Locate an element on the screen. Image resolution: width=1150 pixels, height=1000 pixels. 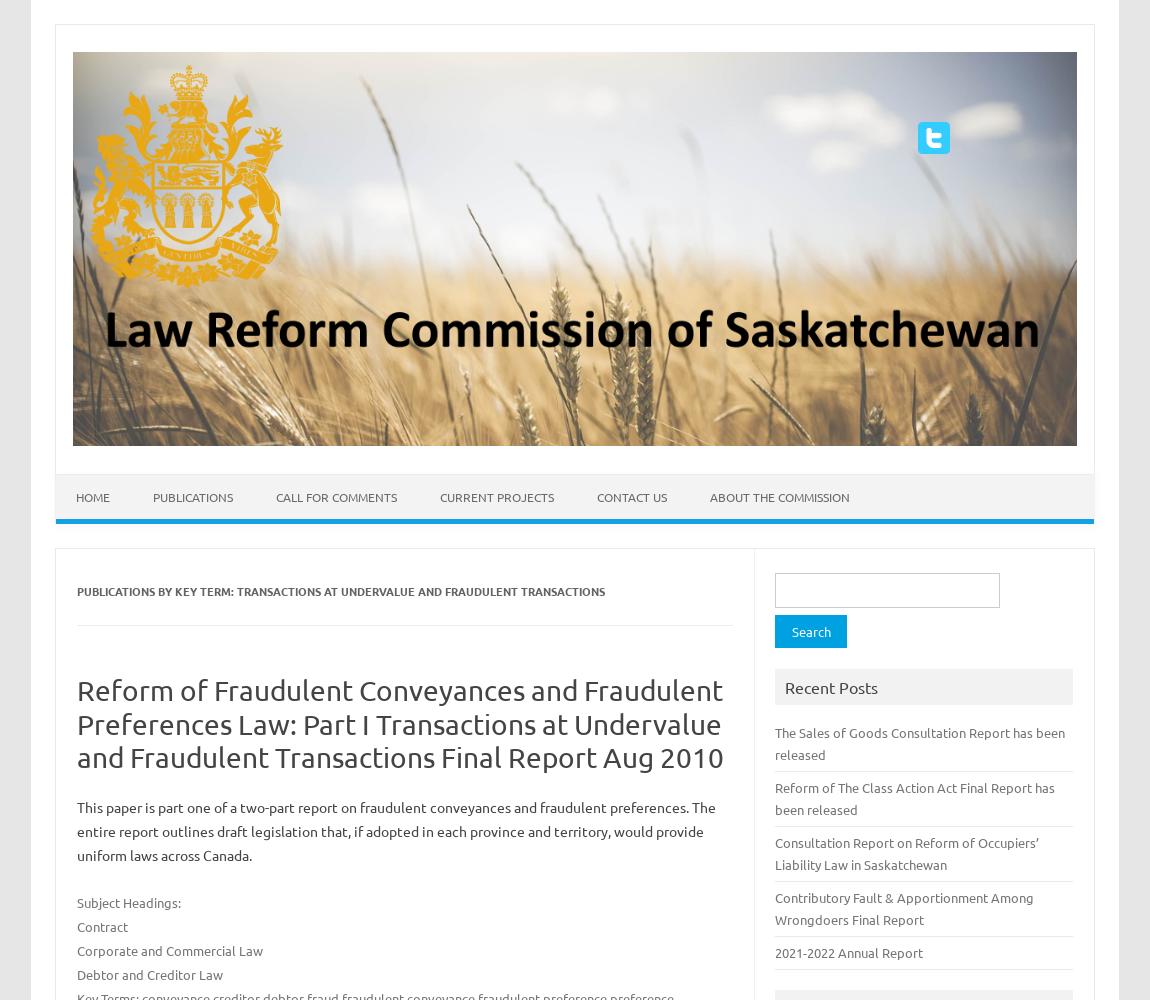
'This paper is part one of a two-part report on fraudulent conveyances and fraudulent preferences. The entire report outlines draft legislation that, if adopted in each province and territory, would provide uniform laws across Canada.' is located at coordinates (395, 829).